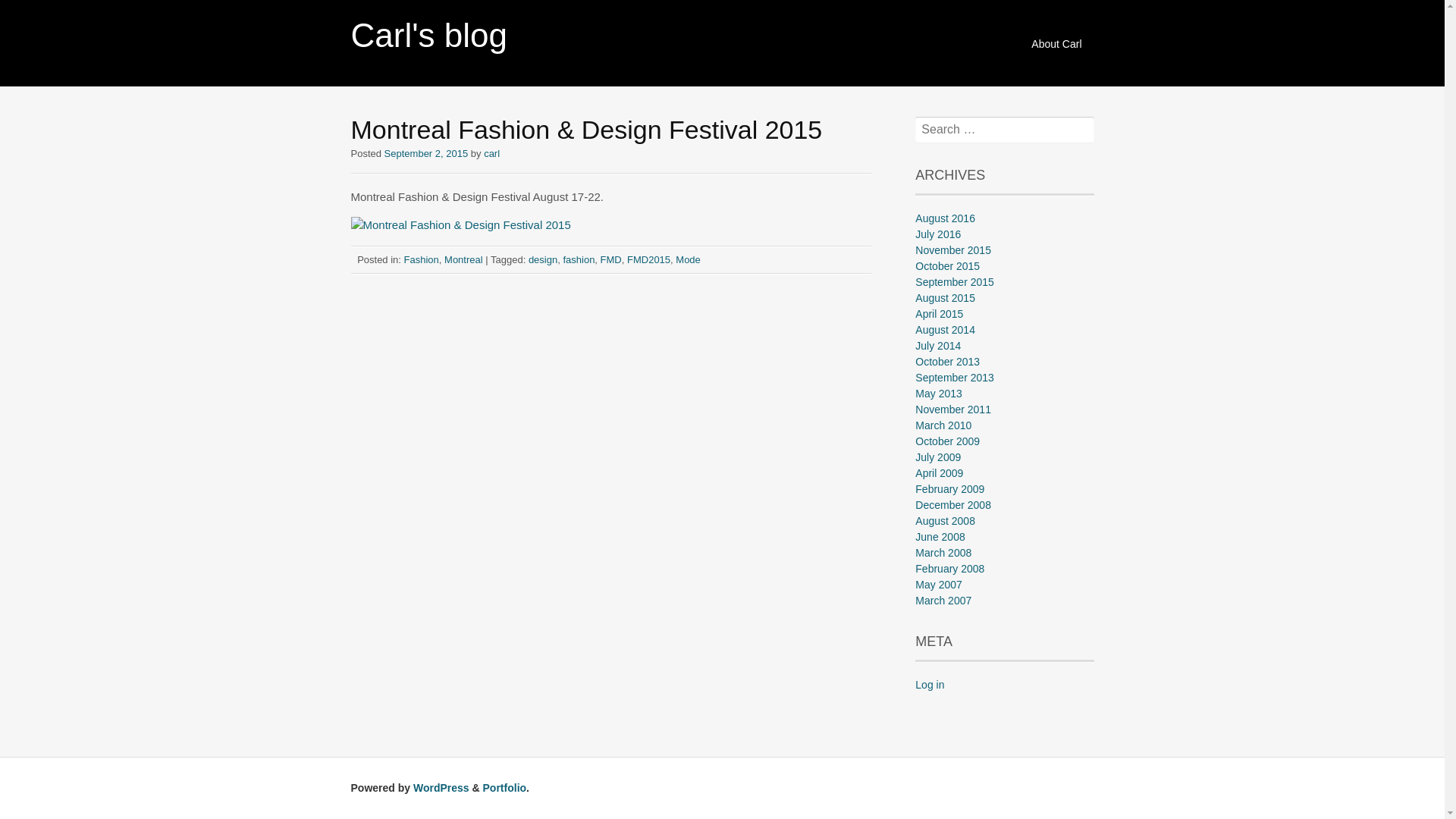 This screenshot has height=819, width=1456. Describe the element at coordinates (505, 786) in the screenshot. I see `'Portfolio'` at that location.